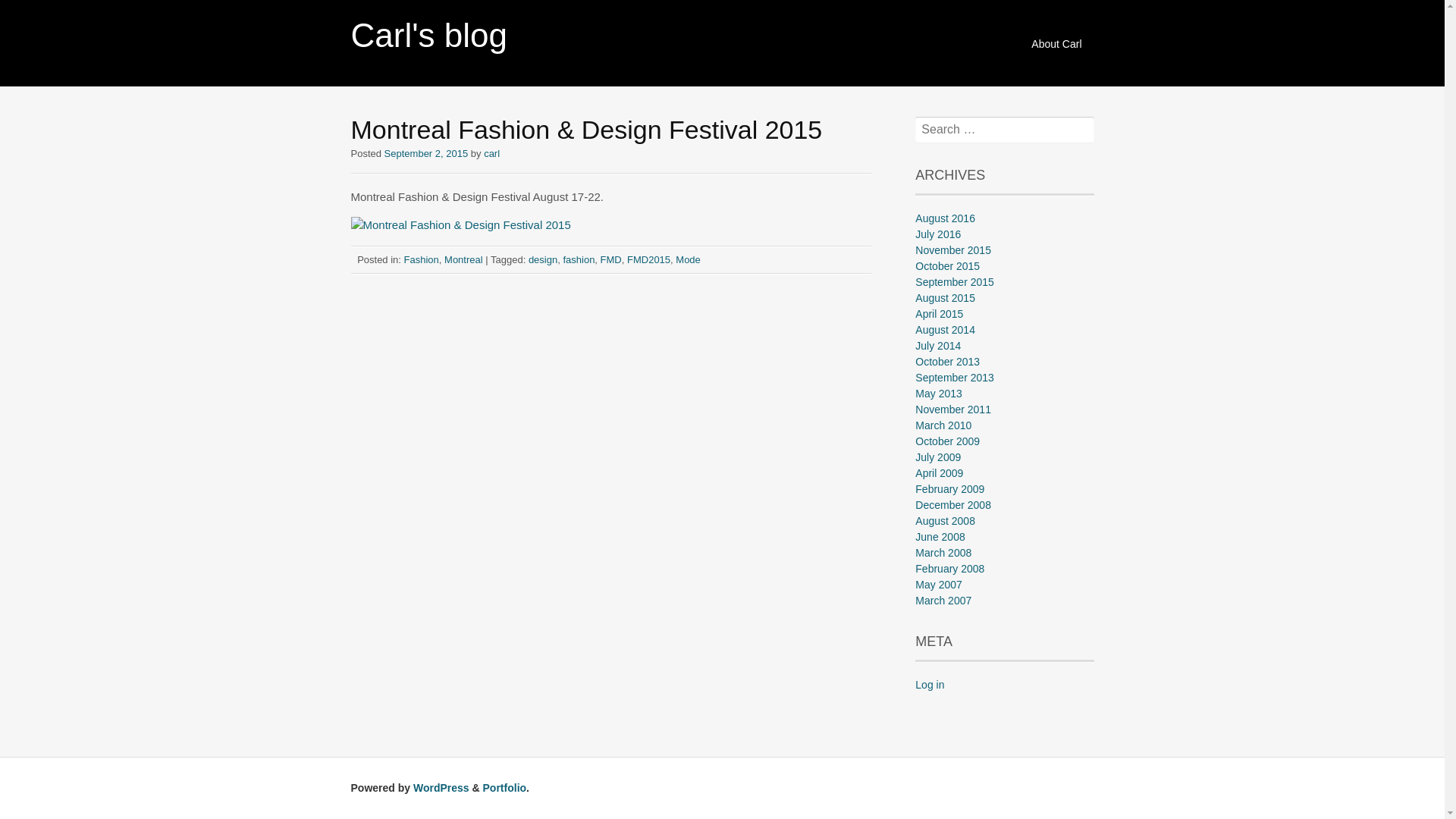 This screenshot has height=819, width=1456. Describe the element at coordinates (505, 786) in the screenshot. I see `'Portfolio'` at that location.